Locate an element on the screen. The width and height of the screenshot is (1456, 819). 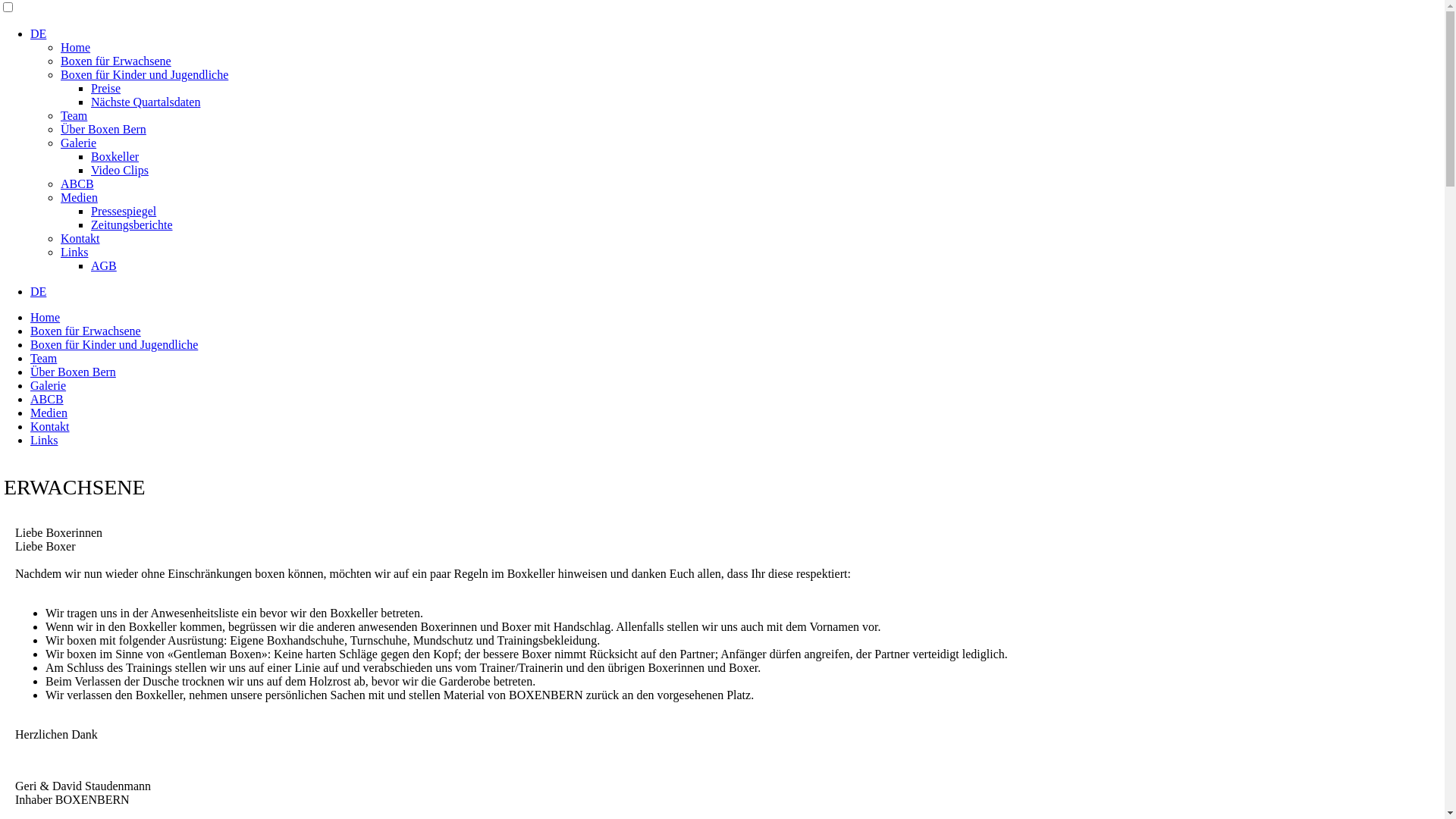
'Galerie' is located at coordinates (48, 384).